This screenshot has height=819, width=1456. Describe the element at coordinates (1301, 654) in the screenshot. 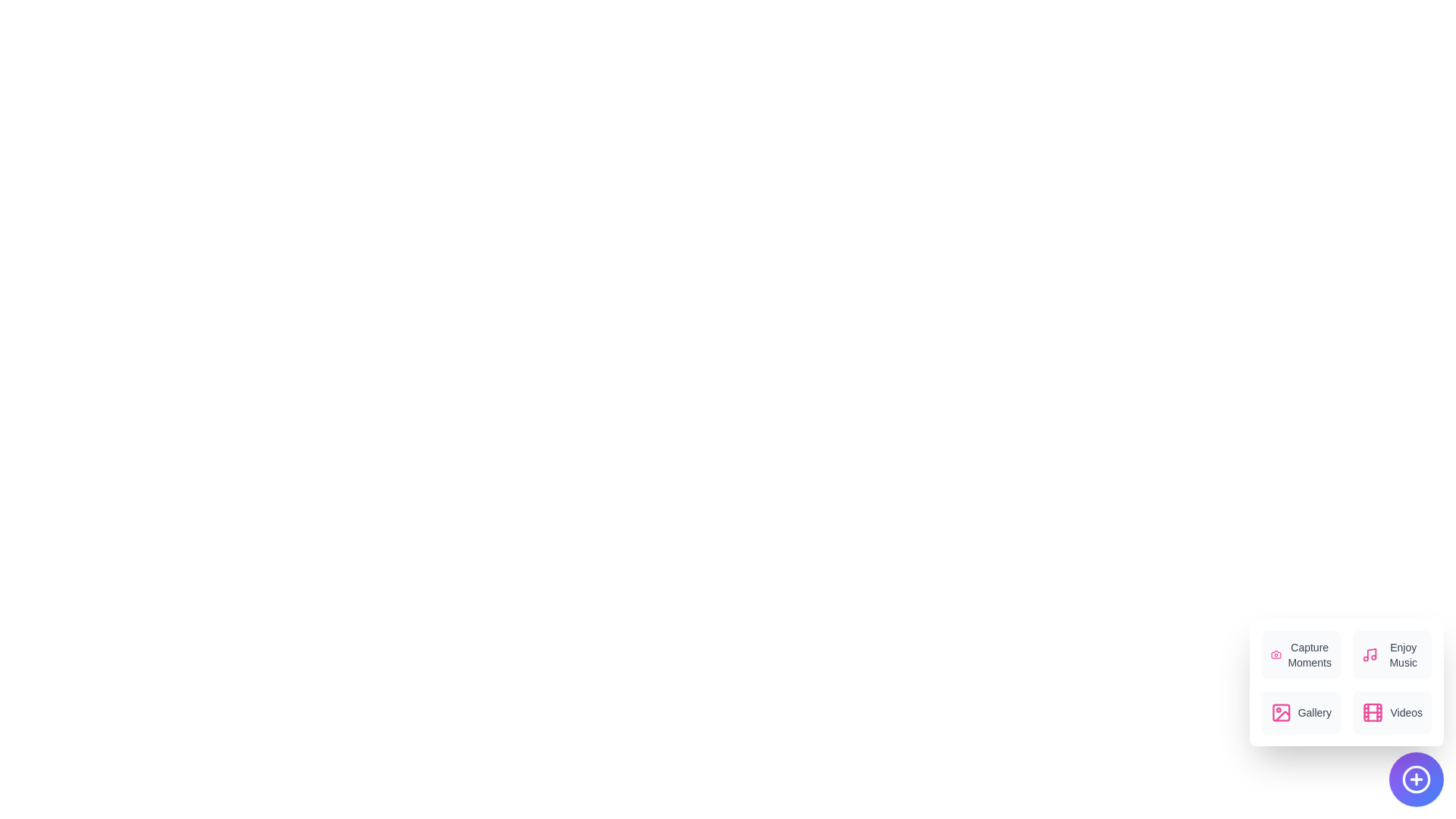

I see `the Capture Moments from the speed dial menu` at that location.